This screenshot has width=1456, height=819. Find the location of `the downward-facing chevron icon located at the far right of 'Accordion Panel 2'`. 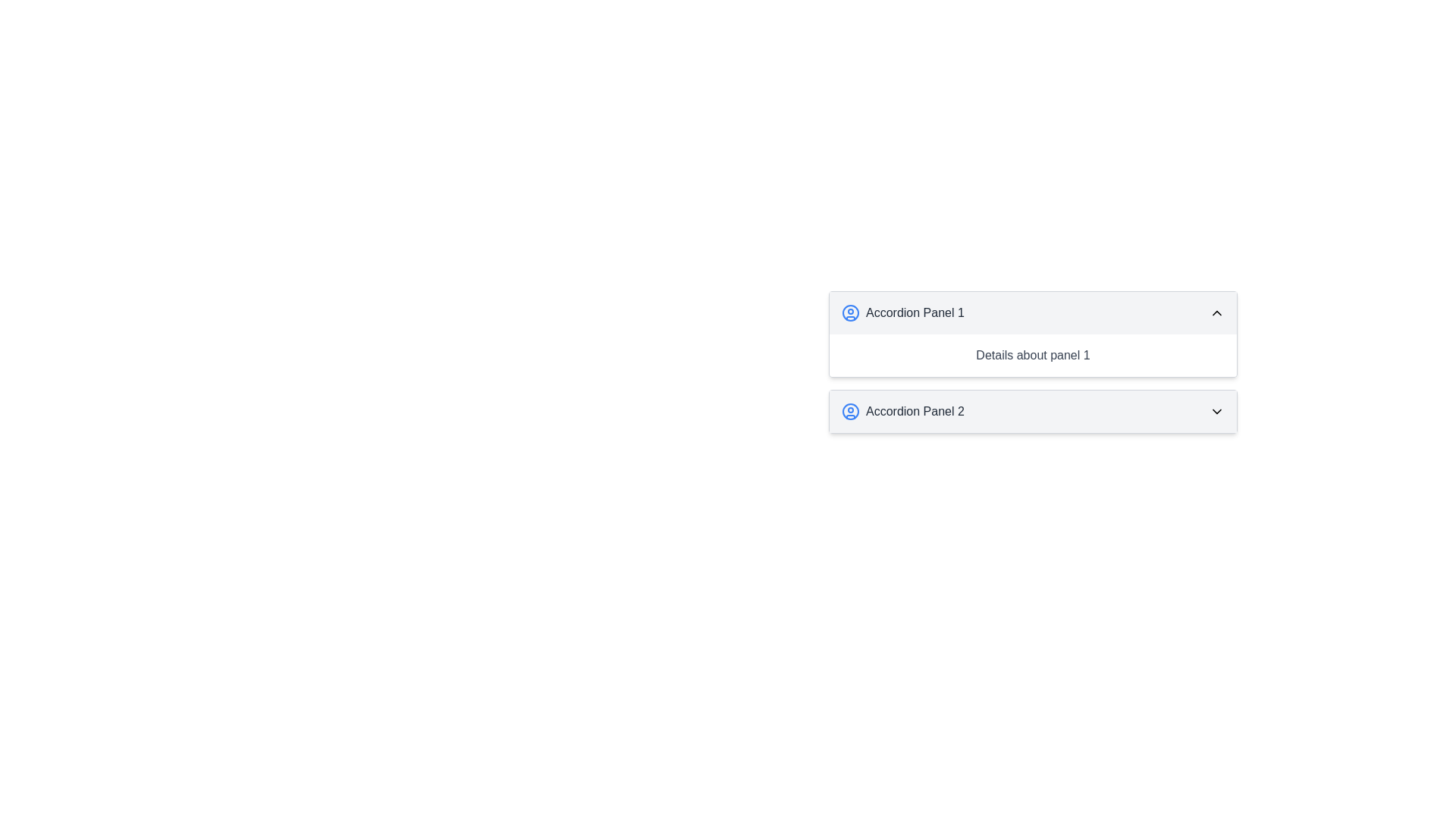

the downward-facing chevron icon located at the far right of 'Accordion Panel 2' is located at coordinates (1216, 412).